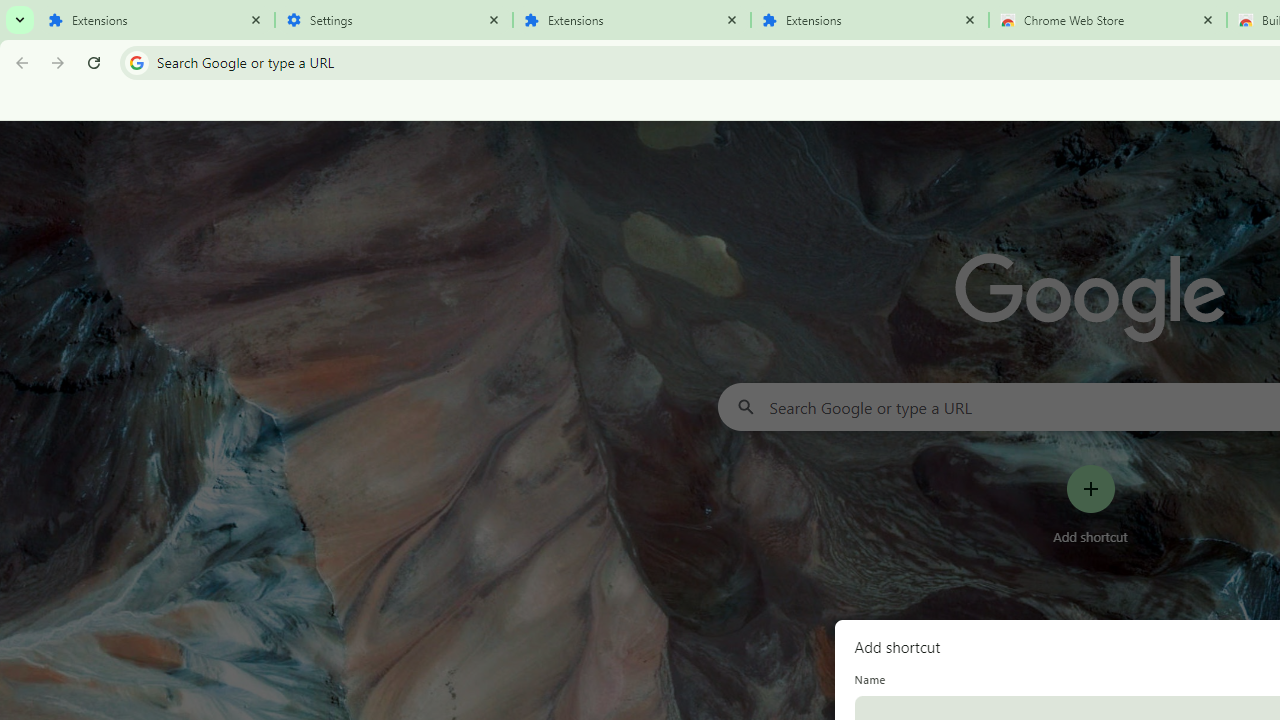 This screenshot has width=1280, height=720. Describe the element at coordinates (20, 20) in the screenshot. I see `'Search tabs'` at that location.